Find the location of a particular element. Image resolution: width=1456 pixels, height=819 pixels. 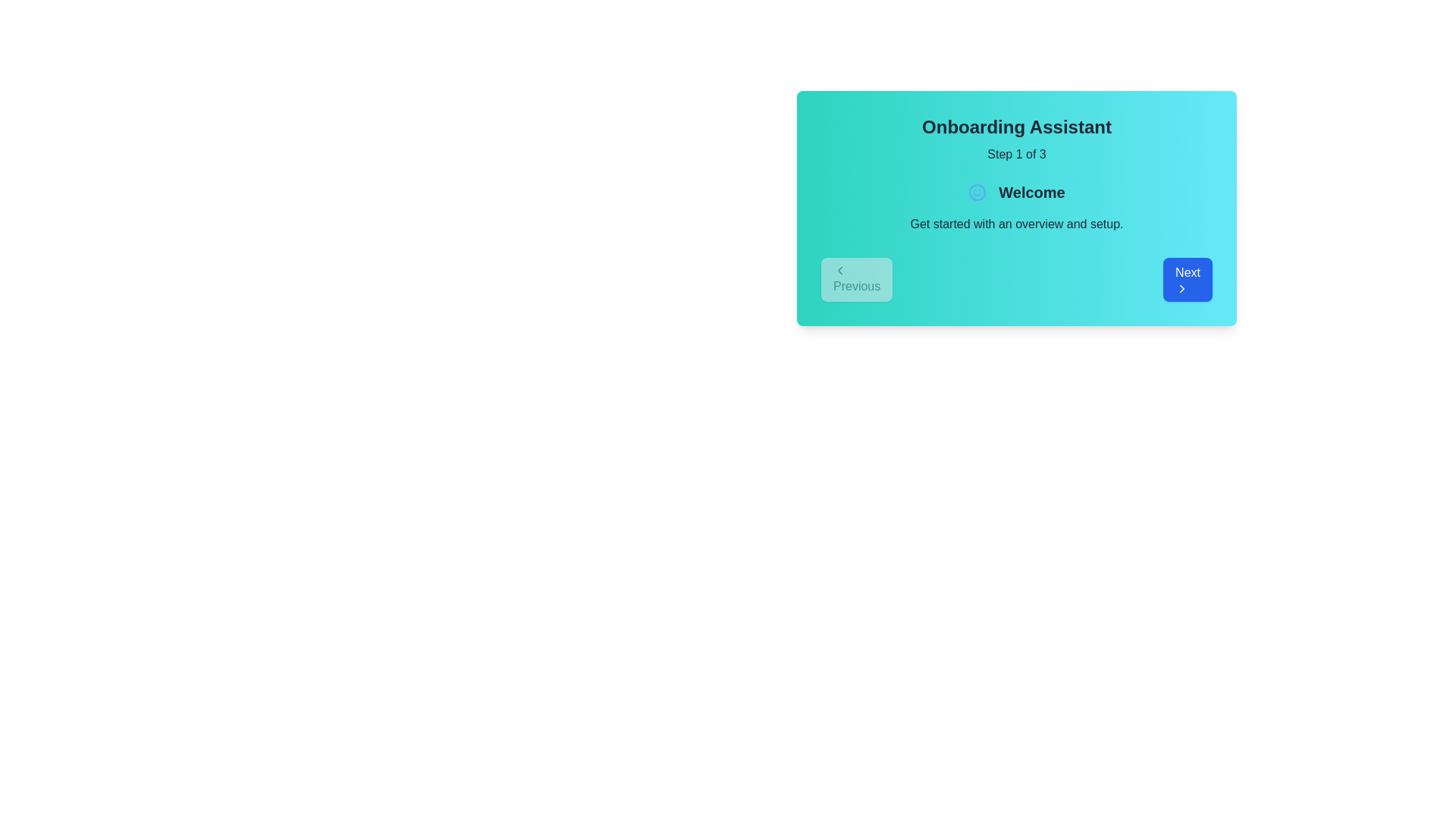

the rectangular button with a blue background labeled 'Next' is located at coordinates (1187, 280).